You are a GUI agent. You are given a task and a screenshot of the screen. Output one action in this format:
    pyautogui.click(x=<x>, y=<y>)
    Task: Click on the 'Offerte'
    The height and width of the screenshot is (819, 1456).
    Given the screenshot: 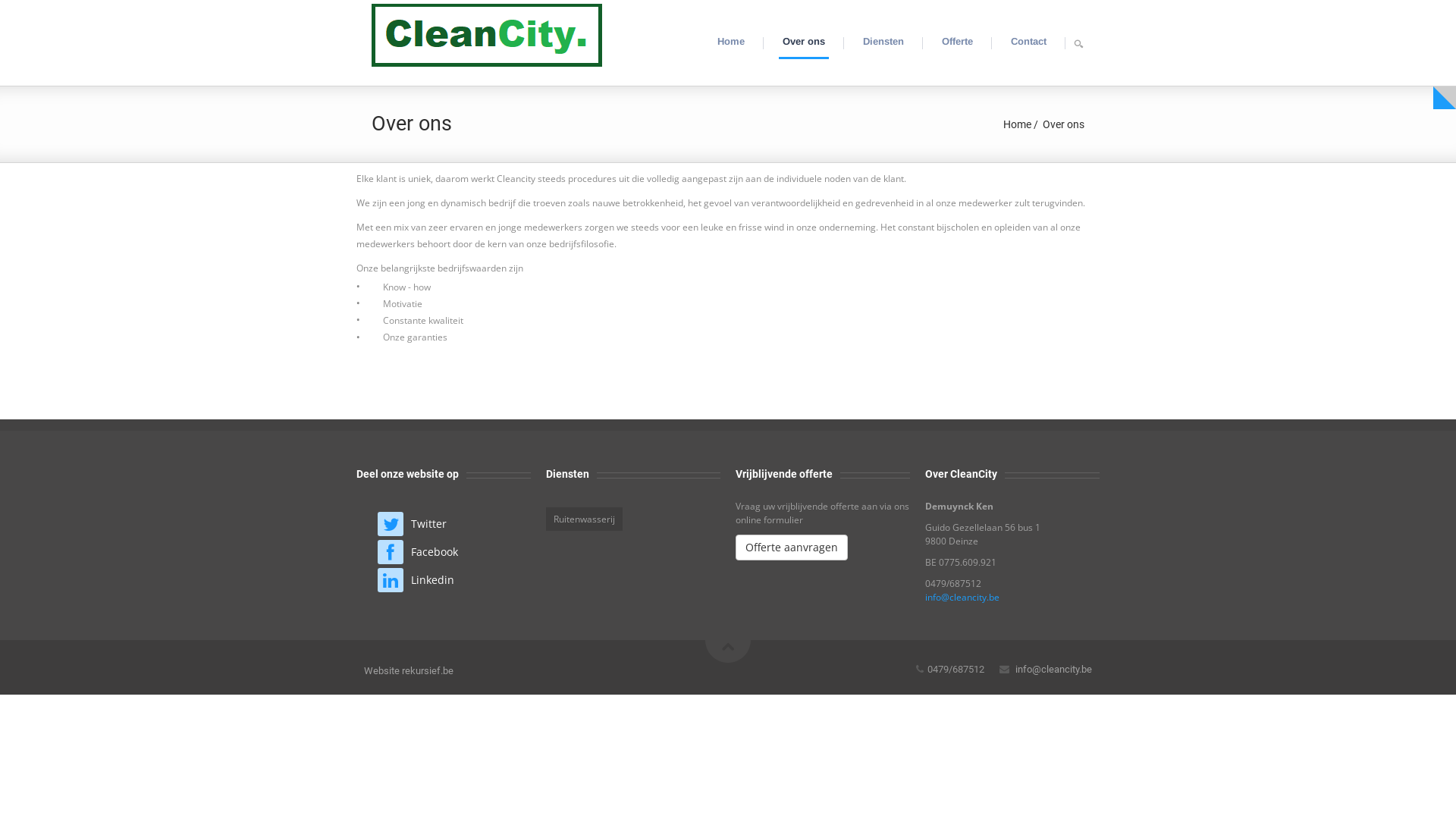 What is the action you would take?
    pyautogui.click(x=956, y=42)
    